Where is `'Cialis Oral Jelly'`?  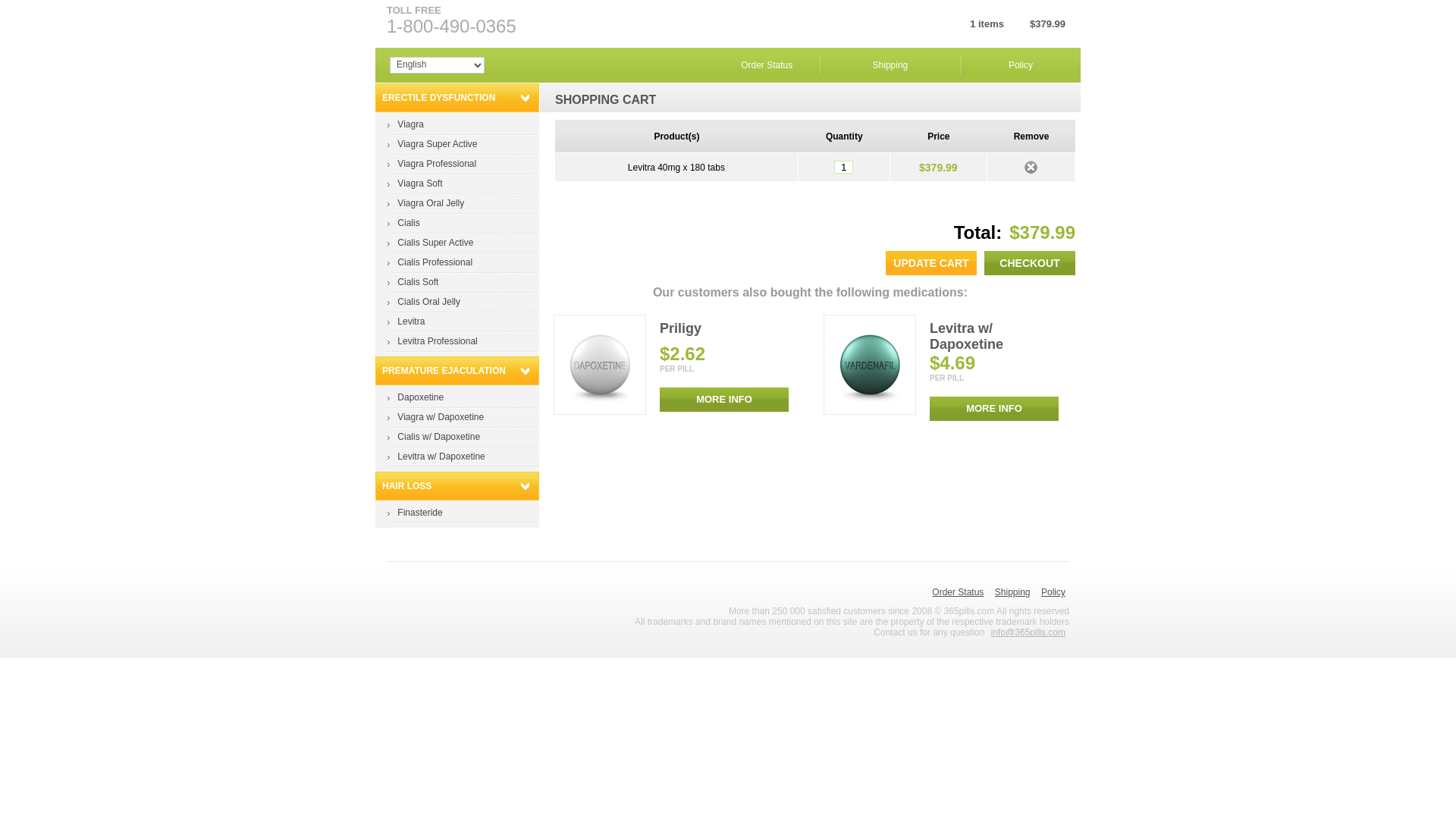 'Cialis Oral Jelly' is located at coordinates (428, 301).